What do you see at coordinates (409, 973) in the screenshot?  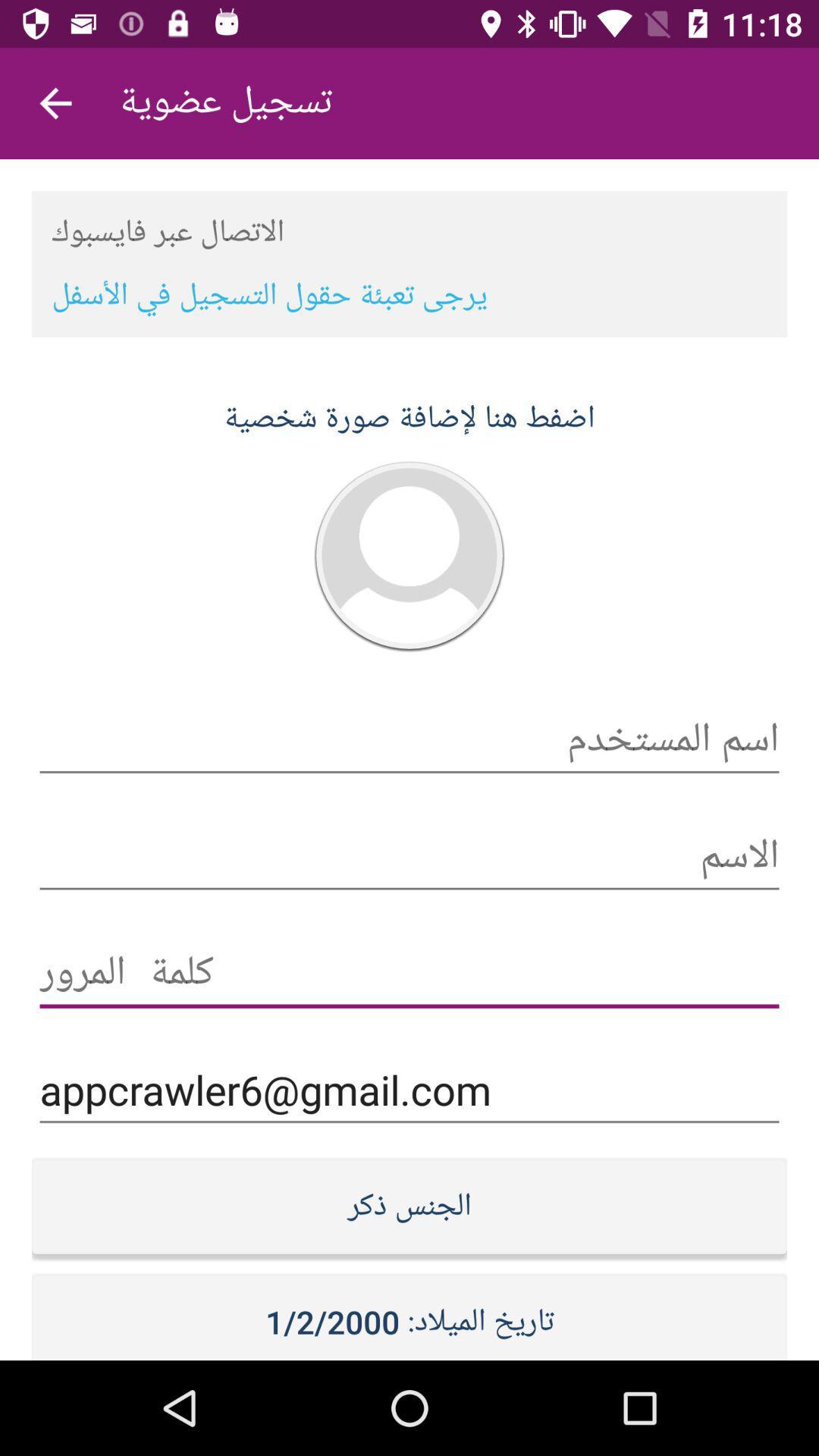 I see `grace` at bounding box center [409, 973].